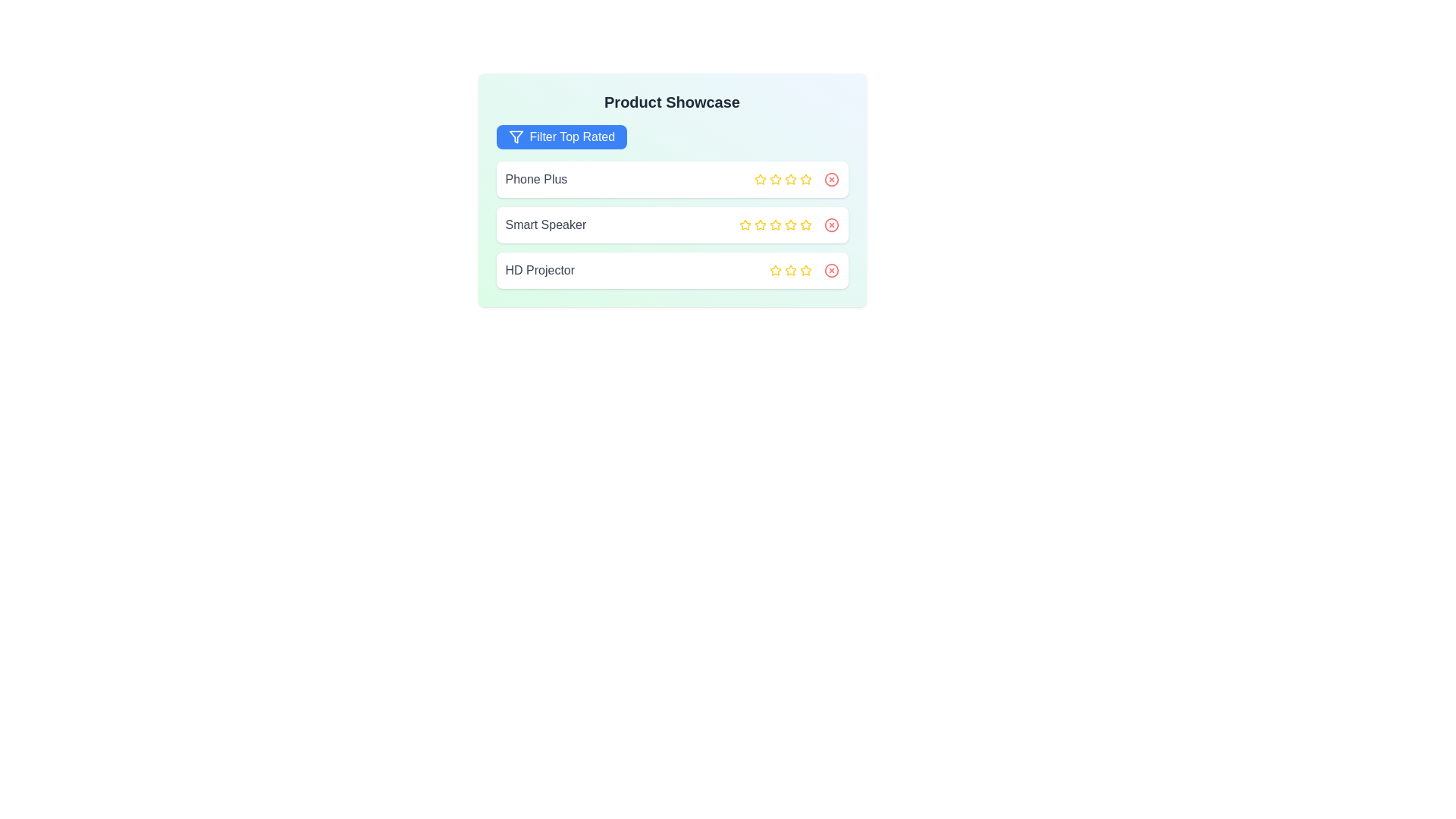 The width and height of the screenshot is (1456, 819). I want to click on close icon next to the product Phone Plus to remove it, so click(830, 178).